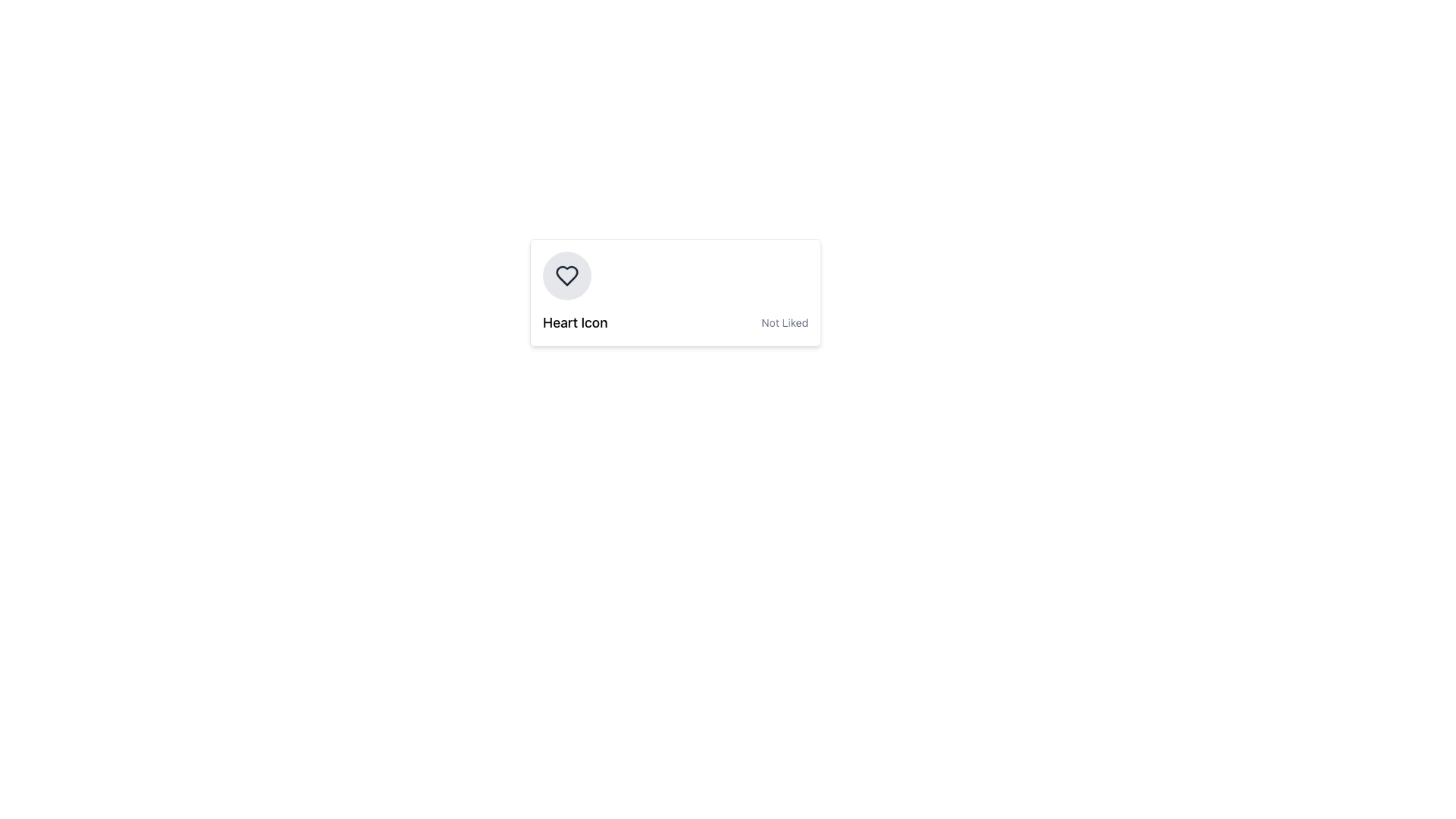 This screenshot has height=819, width=1456. What do you see at coordinates (566, 275) in the screenshot?
I see `the heart icon within the SVG element` at bounding box center [566, 275].